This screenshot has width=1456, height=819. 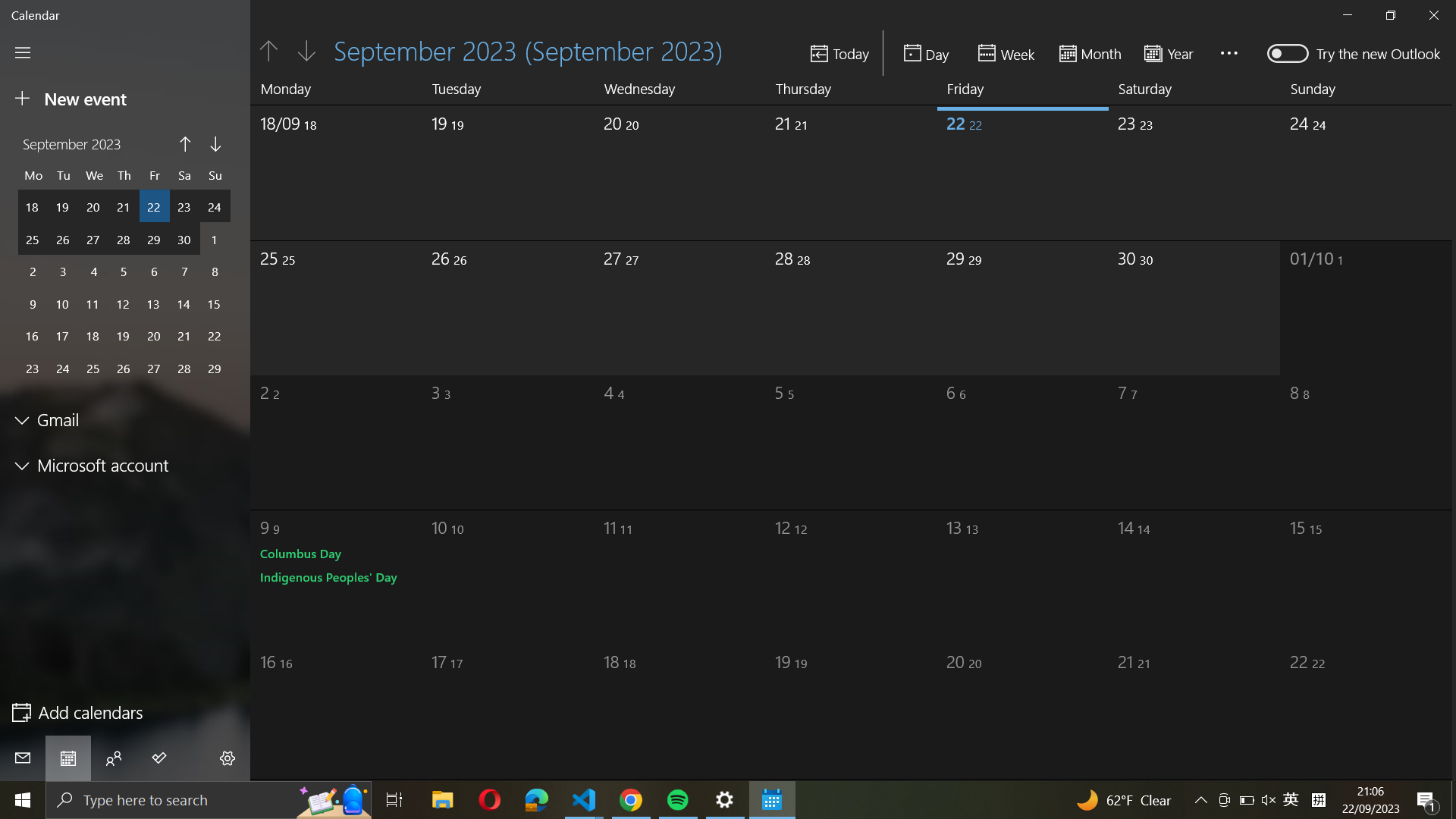 I want to click on Input new functions on Columbus Day program, so click(x=301, y=554).